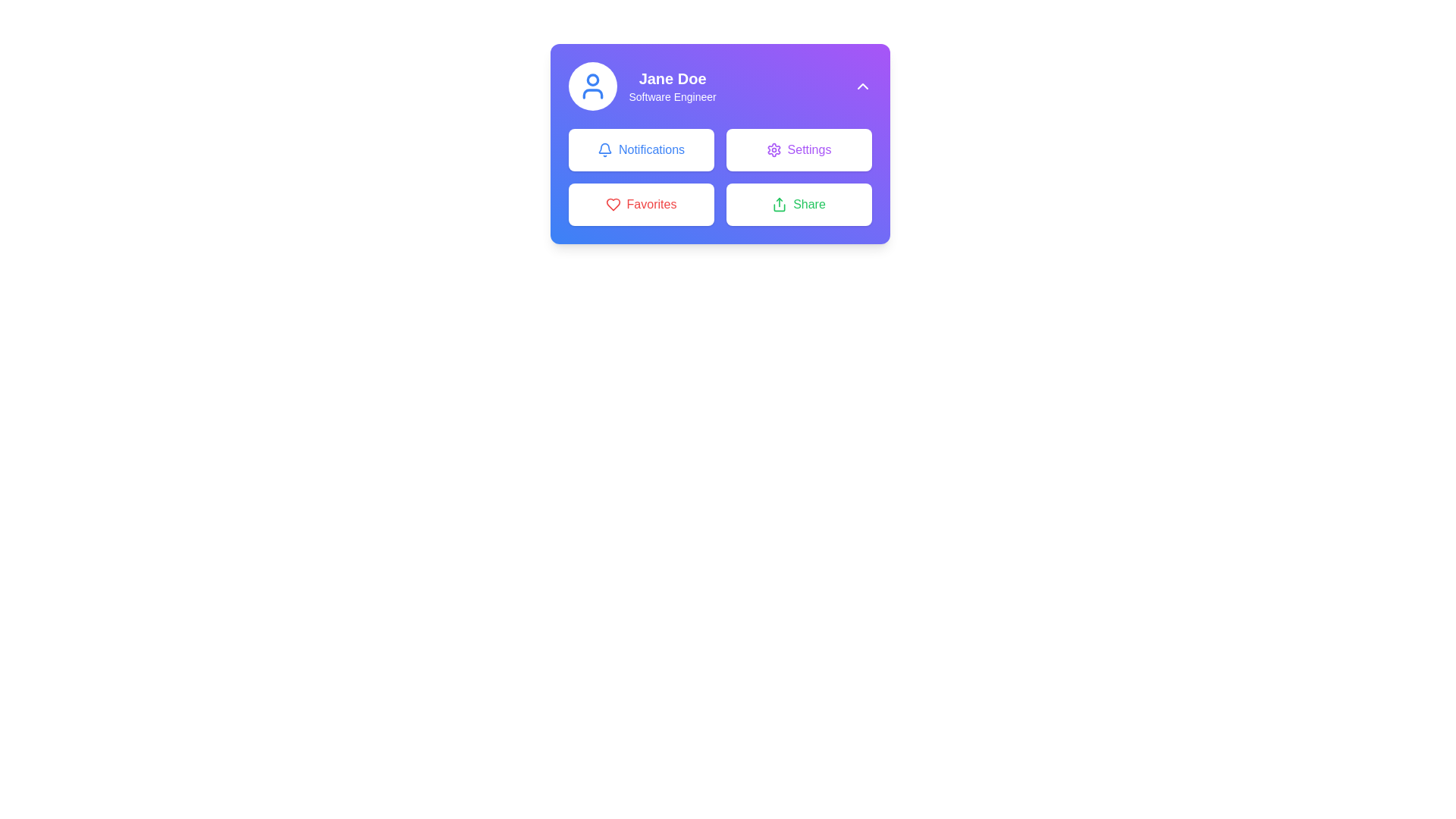 Image resolution: width=1456 pixels, height=819 pixels. I want to click on the 'Favorites' button located in the bottom-left corner of the grid layout, so click(641, 205).